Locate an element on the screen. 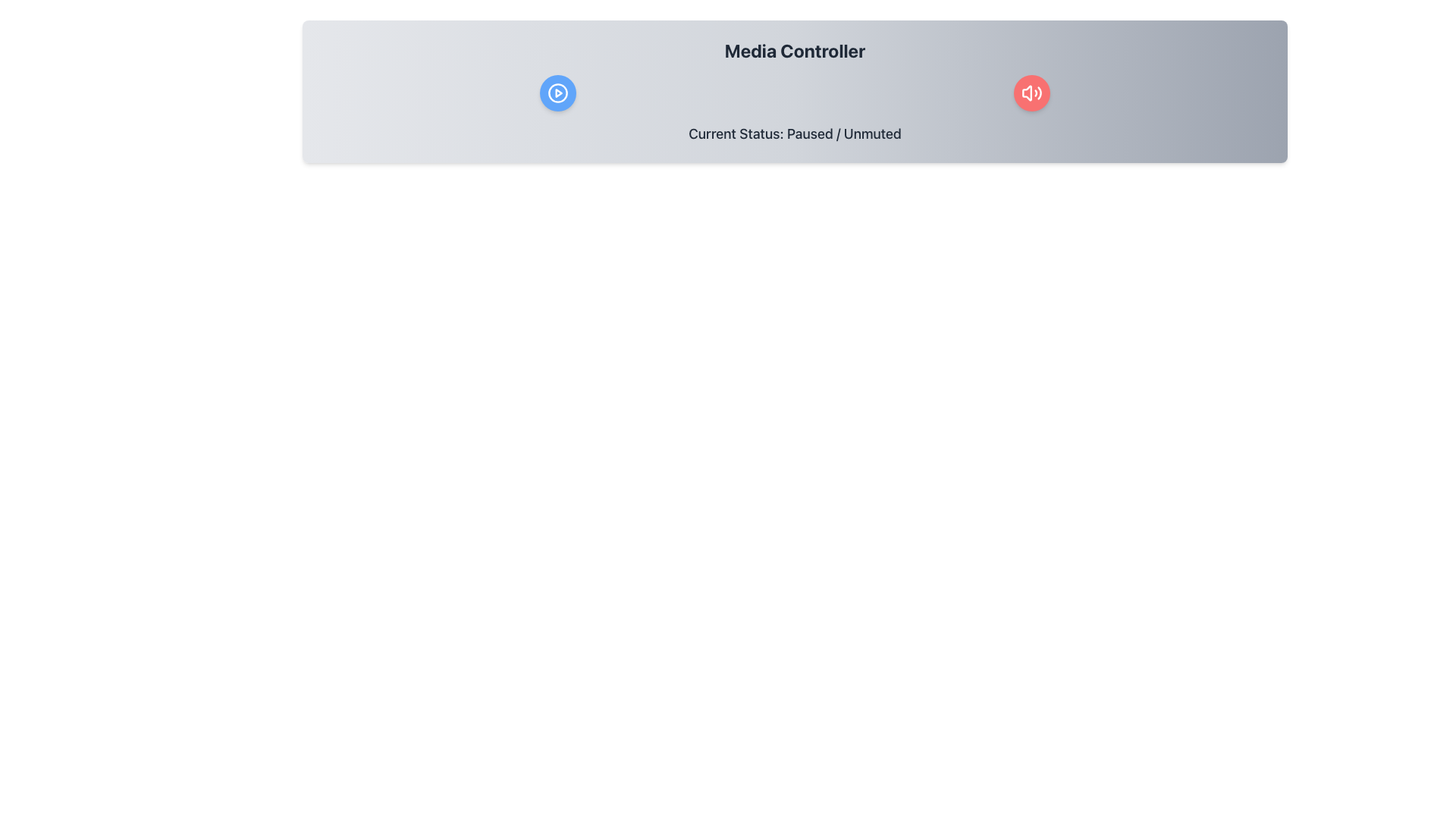 Image resolution: width=1456 pixels, height=819 pixels. the red circular button with a white speaker icon located in the top-right corner of the media controller interface is located at coordinates (1031, 93).